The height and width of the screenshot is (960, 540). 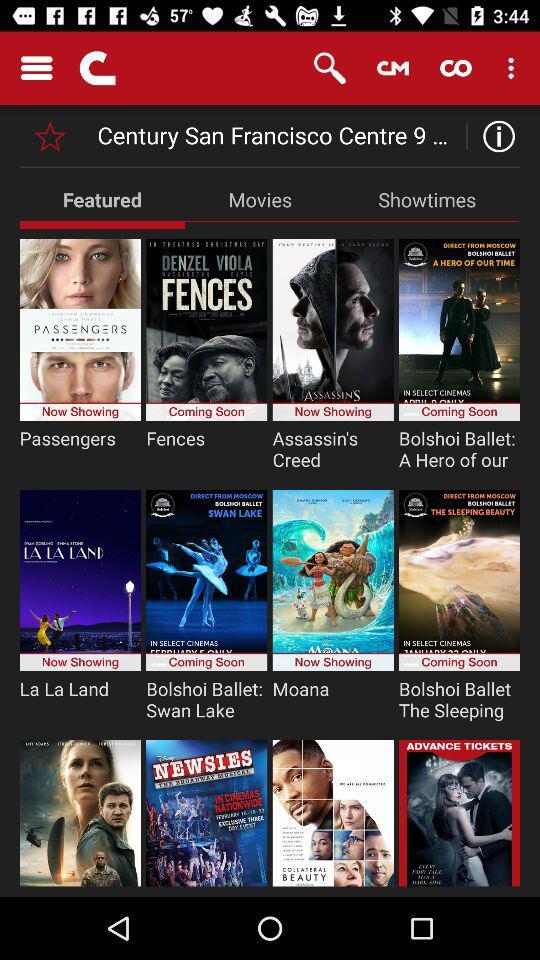 I want to click on the star icon, so click(x=50, y=135).